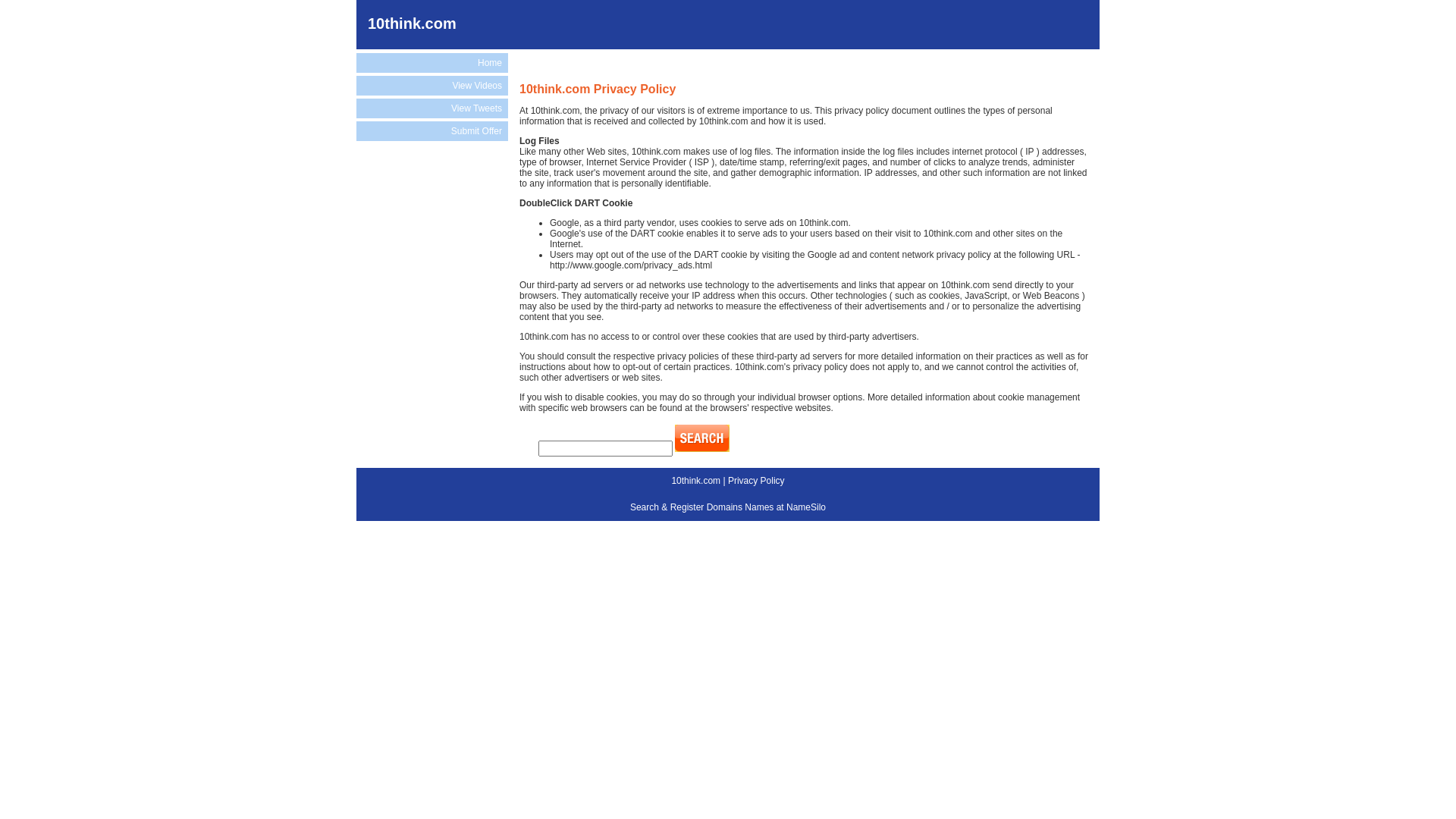 The image size is (1456, 819). What do you see at coordinates (431, 130) in the screenshot?
I see `'Submit Offer'` at bounding box center [431, 130].